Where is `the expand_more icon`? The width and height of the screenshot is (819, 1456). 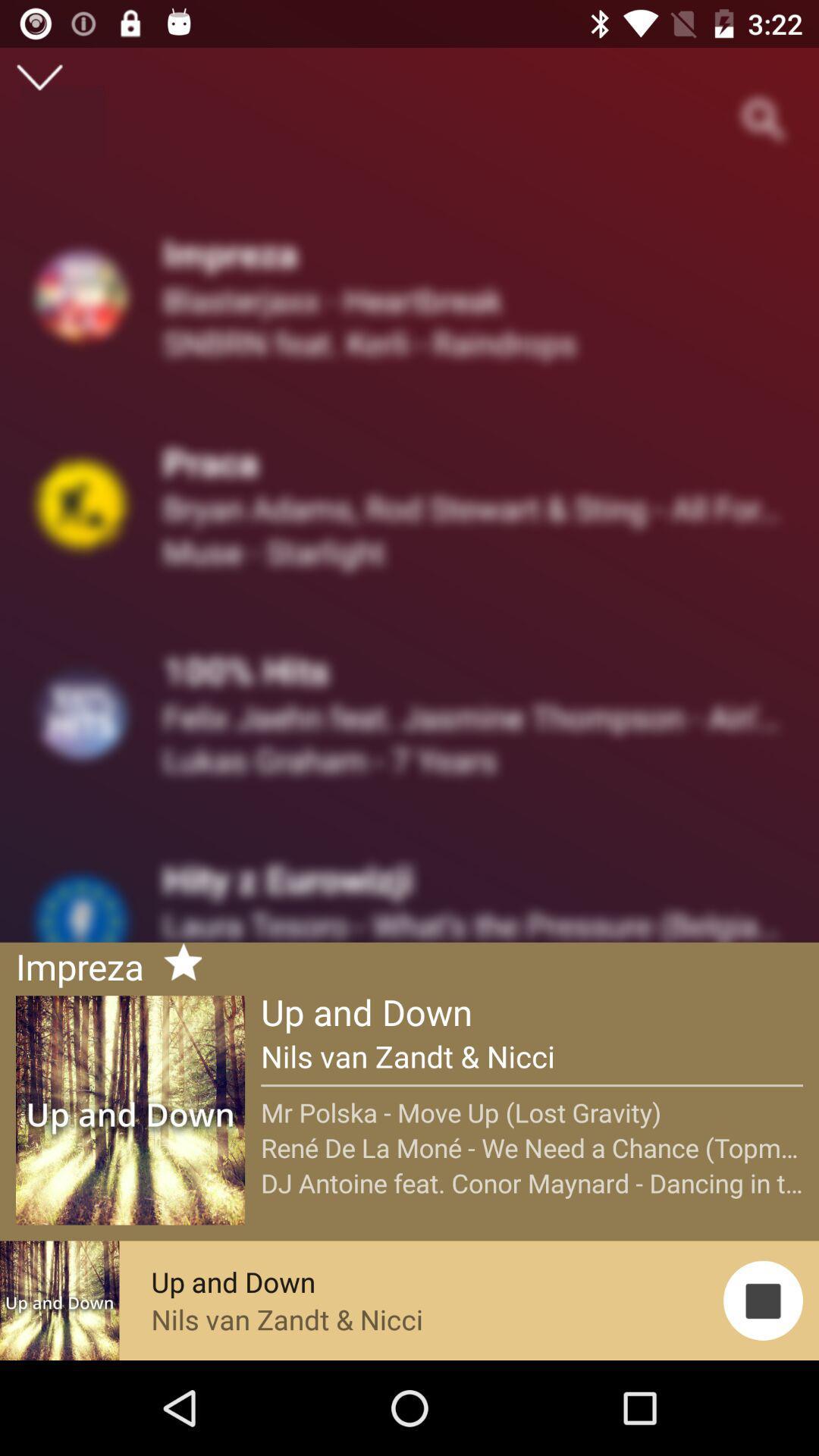 the expand_more icon is located at coordinates (39, 77).